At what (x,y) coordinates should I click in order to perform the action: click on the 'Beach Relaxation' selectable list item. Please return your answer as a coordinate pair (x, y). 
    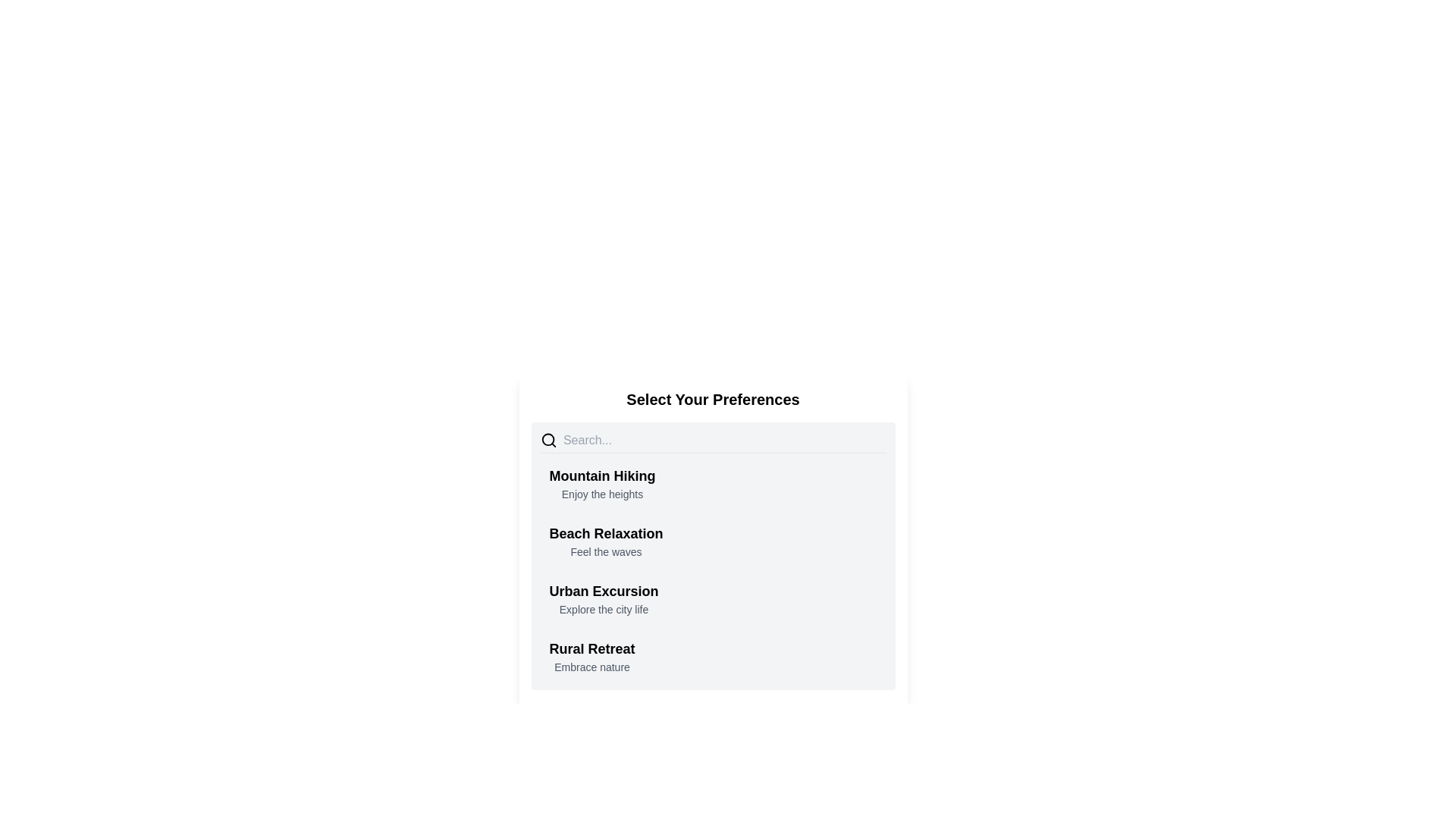
    Looking at the image, I should click on (712, 540).